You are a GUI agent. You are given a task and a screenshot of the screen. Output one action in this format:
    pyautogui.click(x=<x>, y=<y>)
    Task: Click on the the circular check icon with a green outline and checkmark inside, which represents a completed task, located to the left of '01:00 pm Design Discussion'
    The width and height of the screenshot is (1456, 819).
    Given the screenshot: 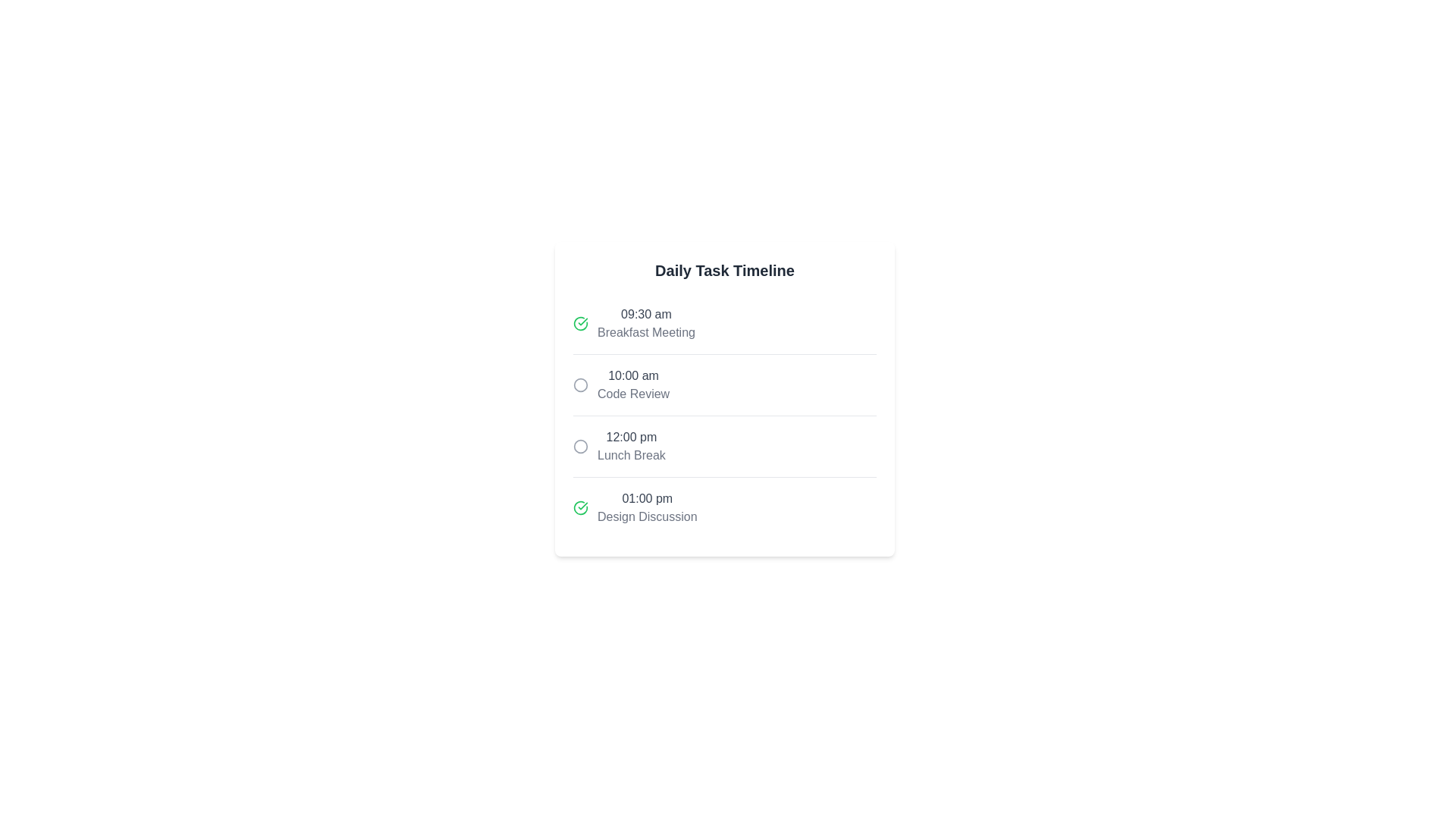 What is the action you would take?
    pyautogui.click(x=580, y=508)
    